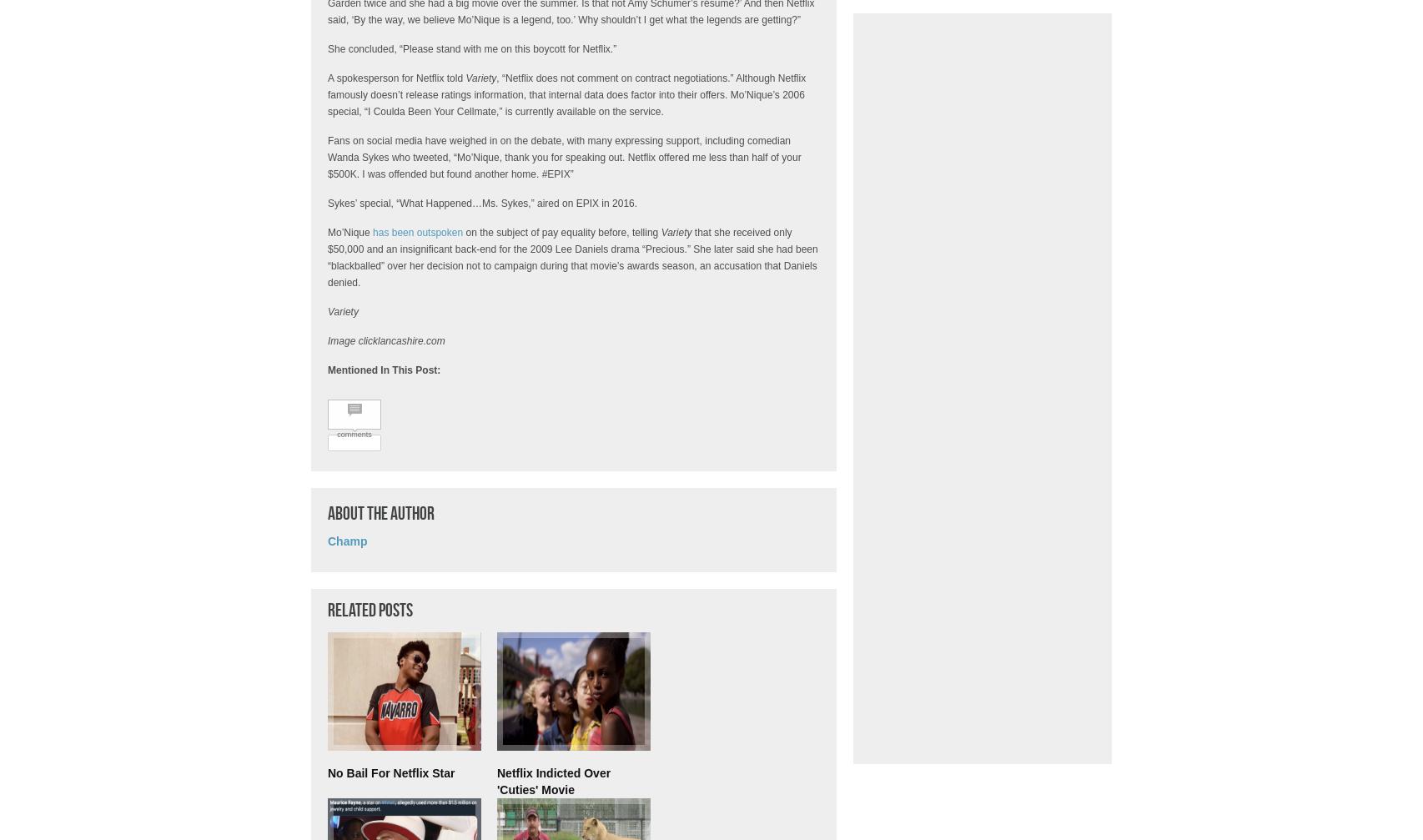 The height and width of the screenshot is (840, 1423). I want to click on 'Champ', so click(347, 541).